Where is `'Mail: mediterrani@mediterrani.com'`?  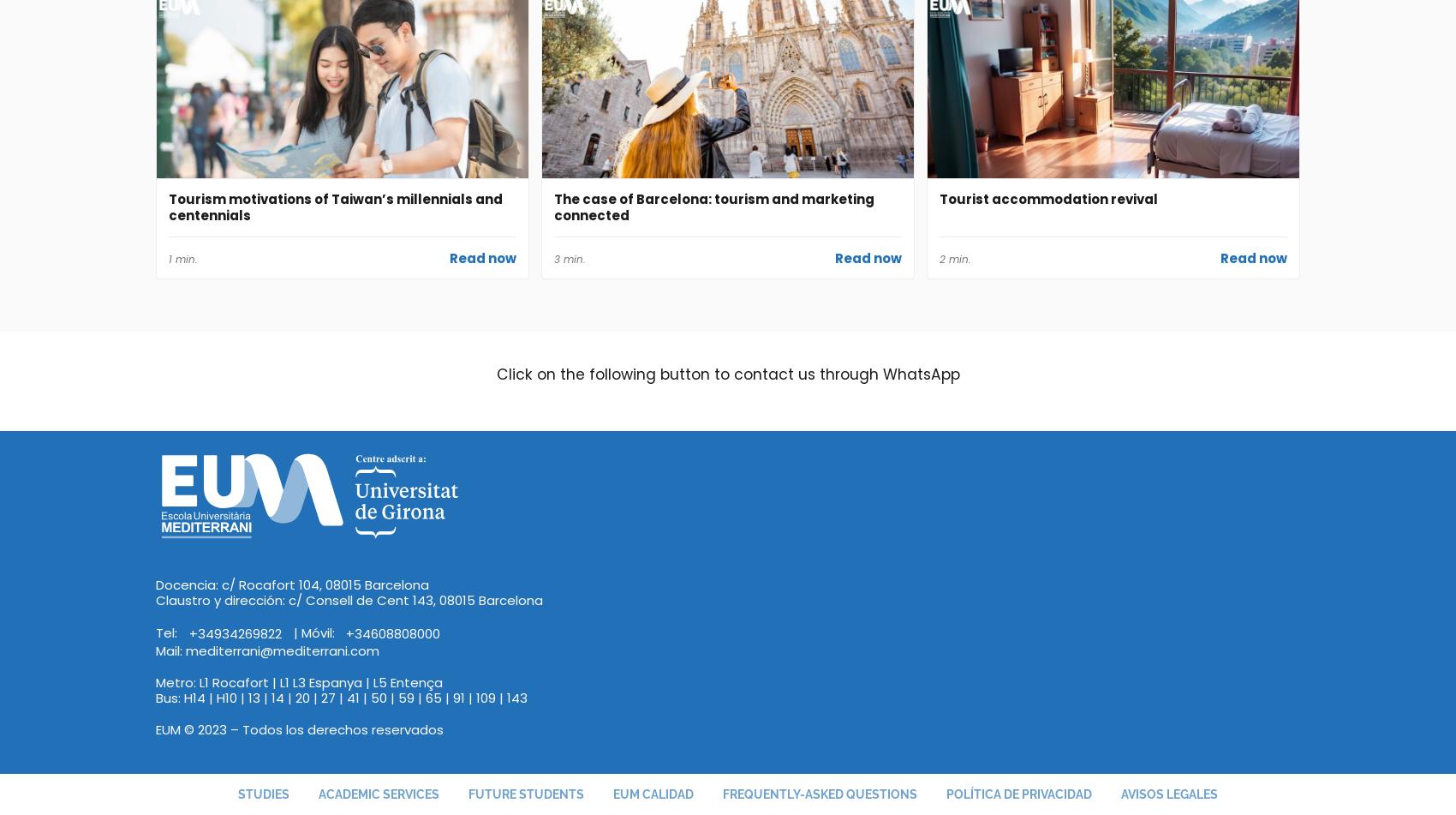 'Mail: mediterrani@mediterrani.com' is located at coordinates (267, 650).